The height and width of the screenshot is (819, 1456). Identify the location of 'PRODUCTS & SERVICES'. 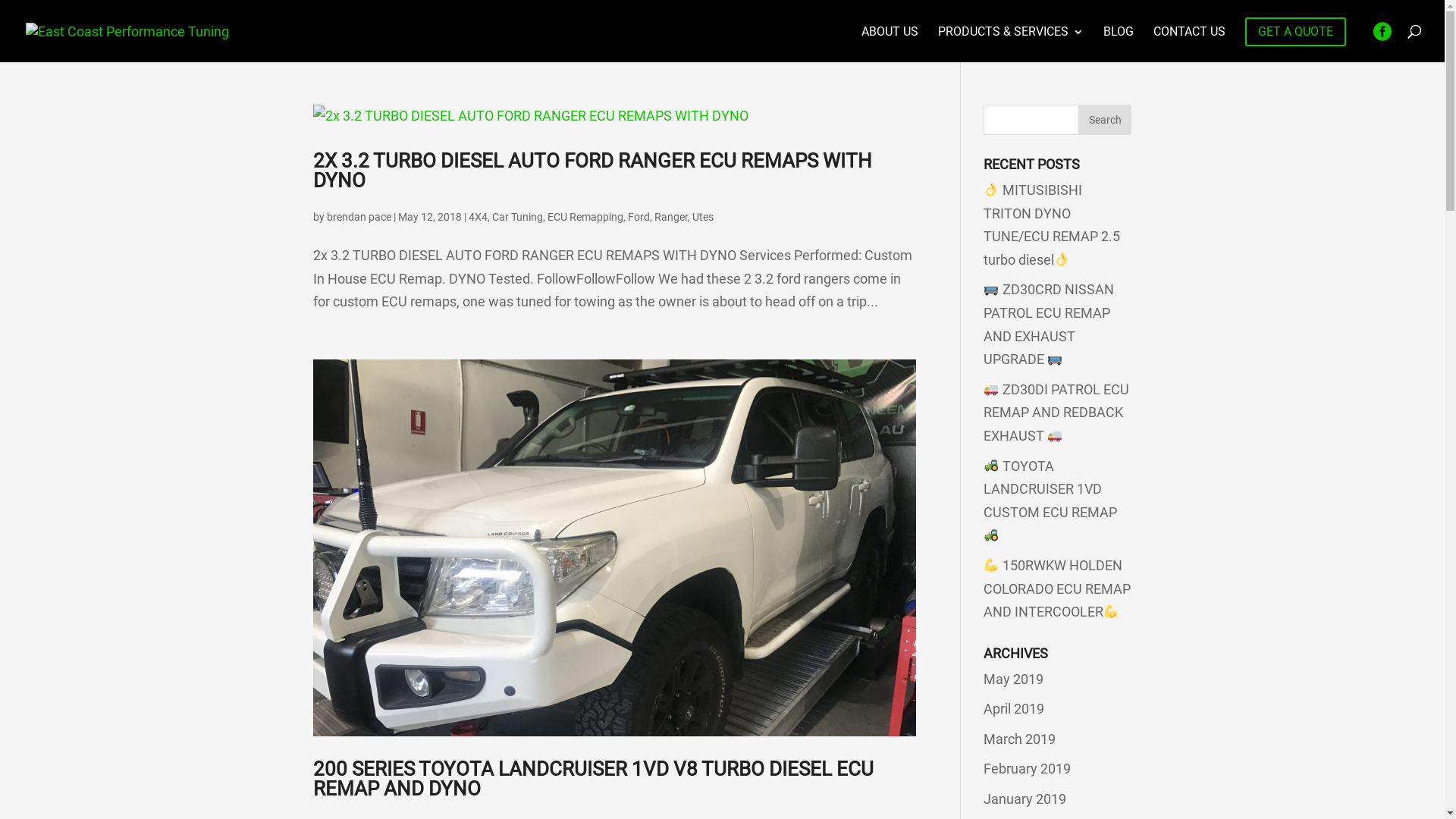
(937, 43).